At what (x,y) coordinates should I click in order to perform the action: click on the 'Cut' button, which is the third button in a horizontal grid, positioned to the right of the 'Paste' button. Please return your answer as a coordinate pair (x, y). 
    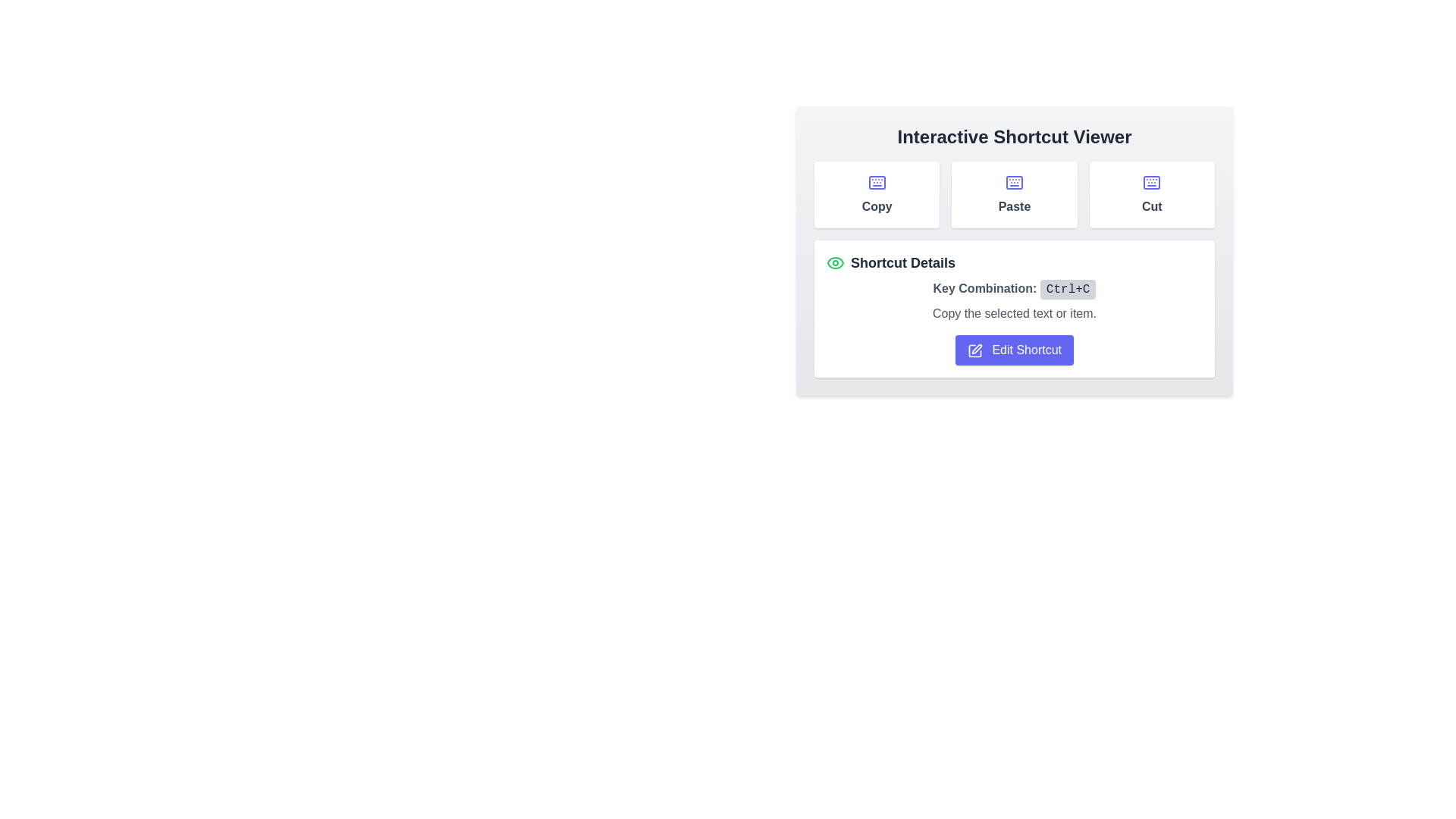
    Looking at the image, I should click on (1151, 194).